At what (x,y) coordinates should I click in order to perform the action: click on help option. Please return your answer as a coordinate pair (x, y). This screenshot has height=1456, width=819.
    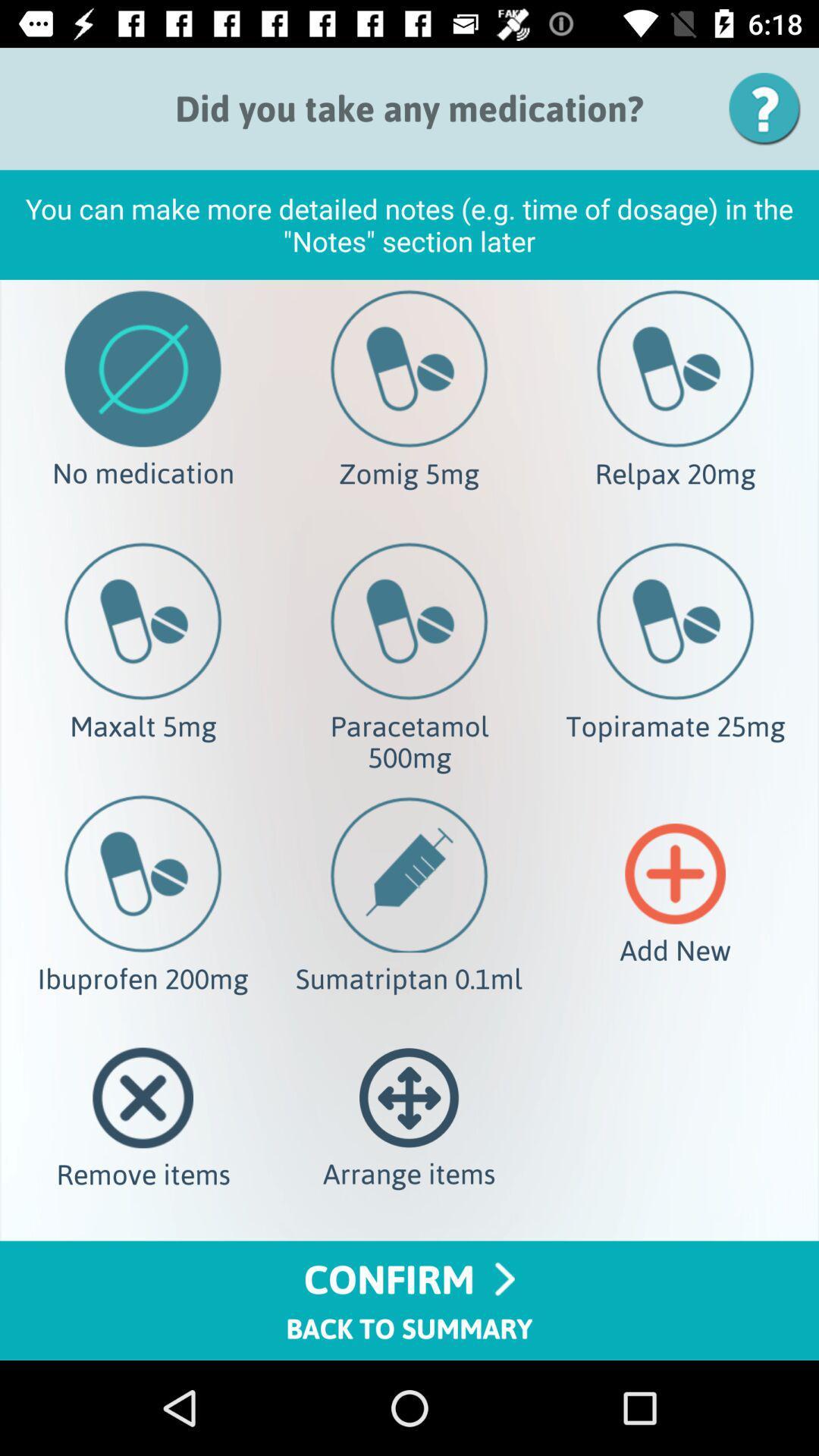
    Looking at the image, I should click on (770, 108).